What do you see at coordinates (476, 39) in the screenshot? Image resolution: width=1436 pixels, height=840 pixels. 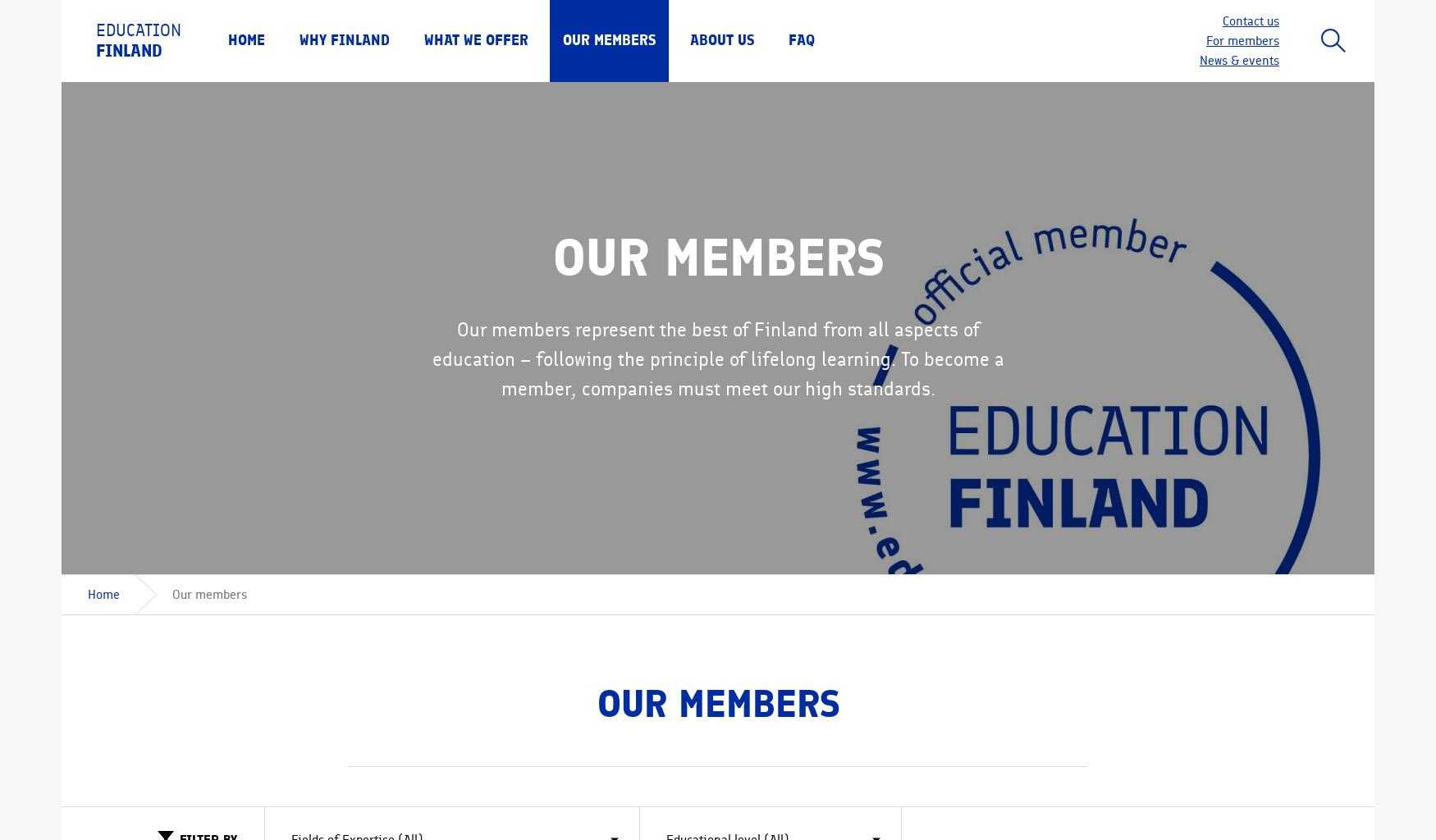 I see `'What we offer'` at bounding box center [476, 39].